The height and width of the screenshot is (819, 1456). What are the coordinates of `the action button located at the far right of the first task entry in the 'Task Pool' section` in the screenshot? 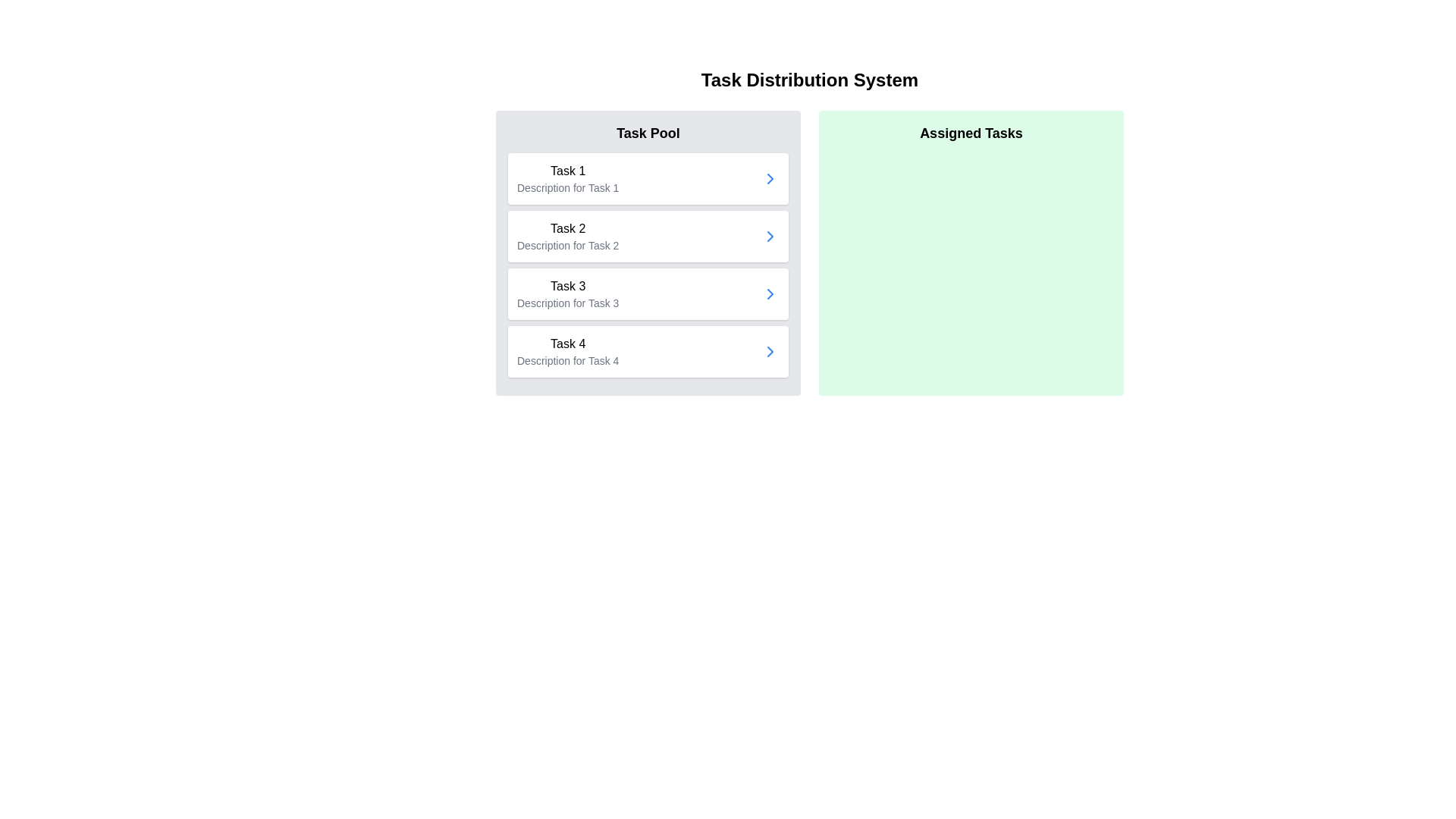 It's located at (770, 177).